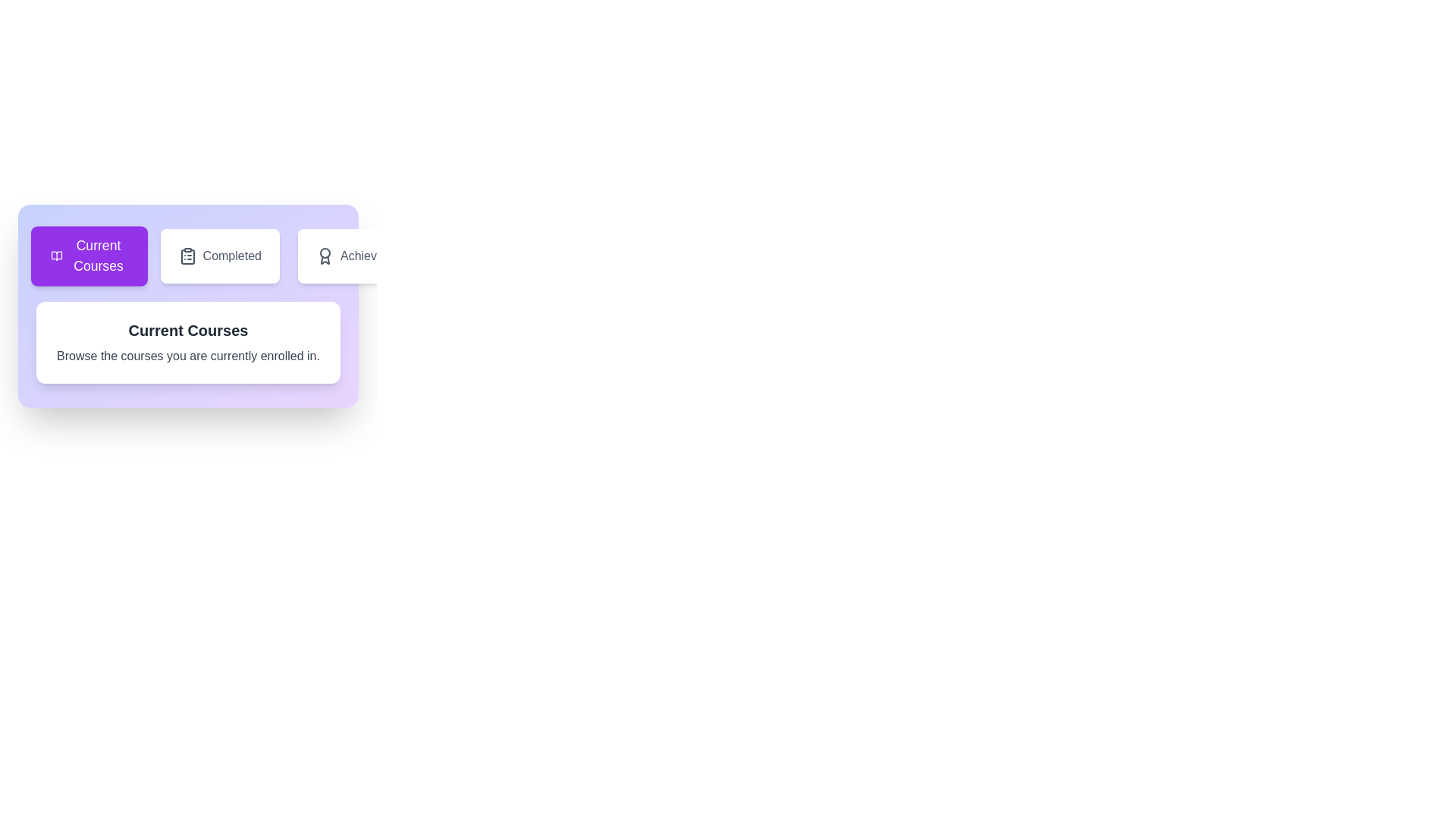 The height and width of the screenshot is (819, 1456). What do you see at coordinates (187, 356) in the screenshot?
I see `the text 'Browse the courses you are currently enrolled in.'` at bounding box center [187, 356].